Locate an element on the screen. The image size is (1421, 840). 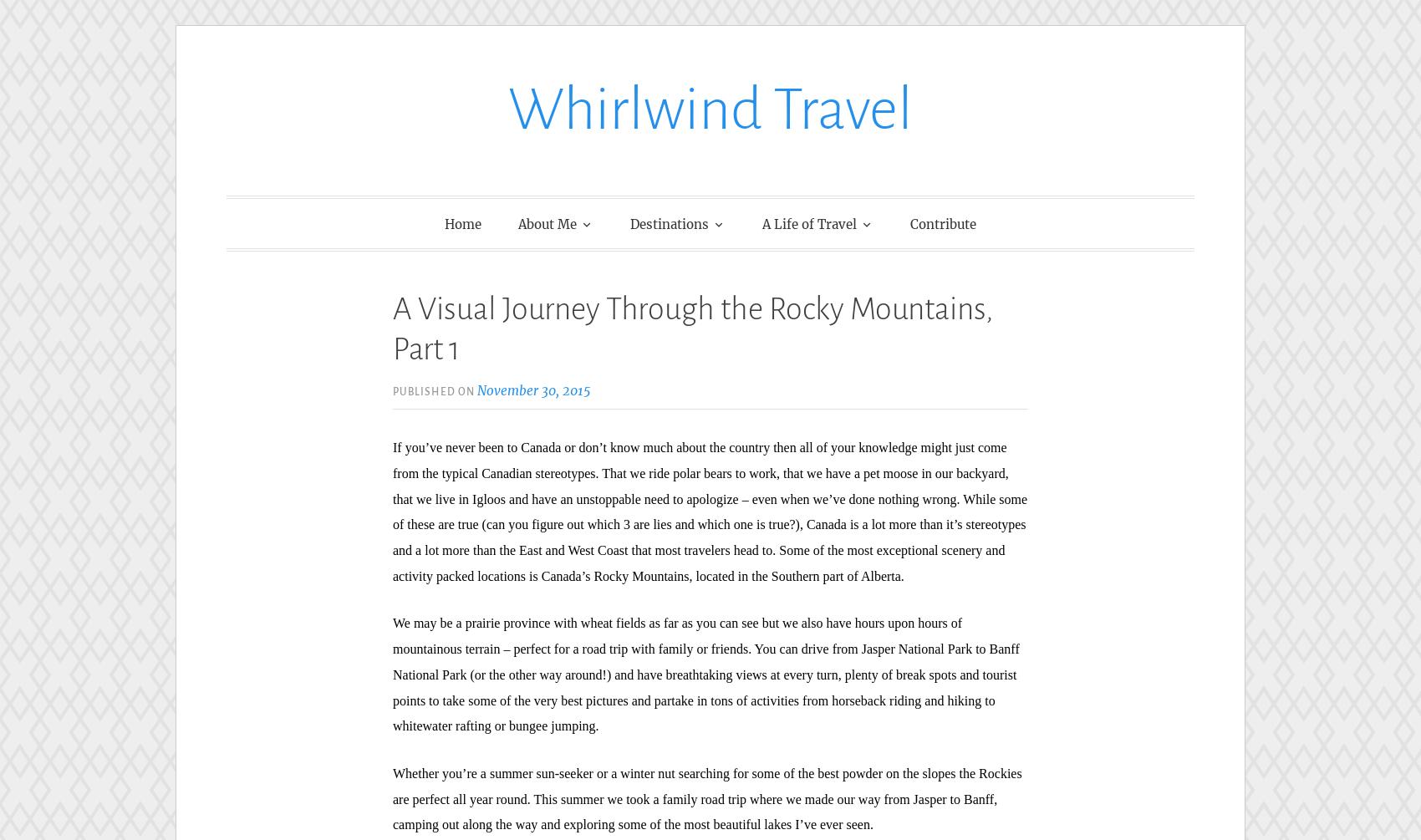
'About Me' is located at coordinates (548, 222).